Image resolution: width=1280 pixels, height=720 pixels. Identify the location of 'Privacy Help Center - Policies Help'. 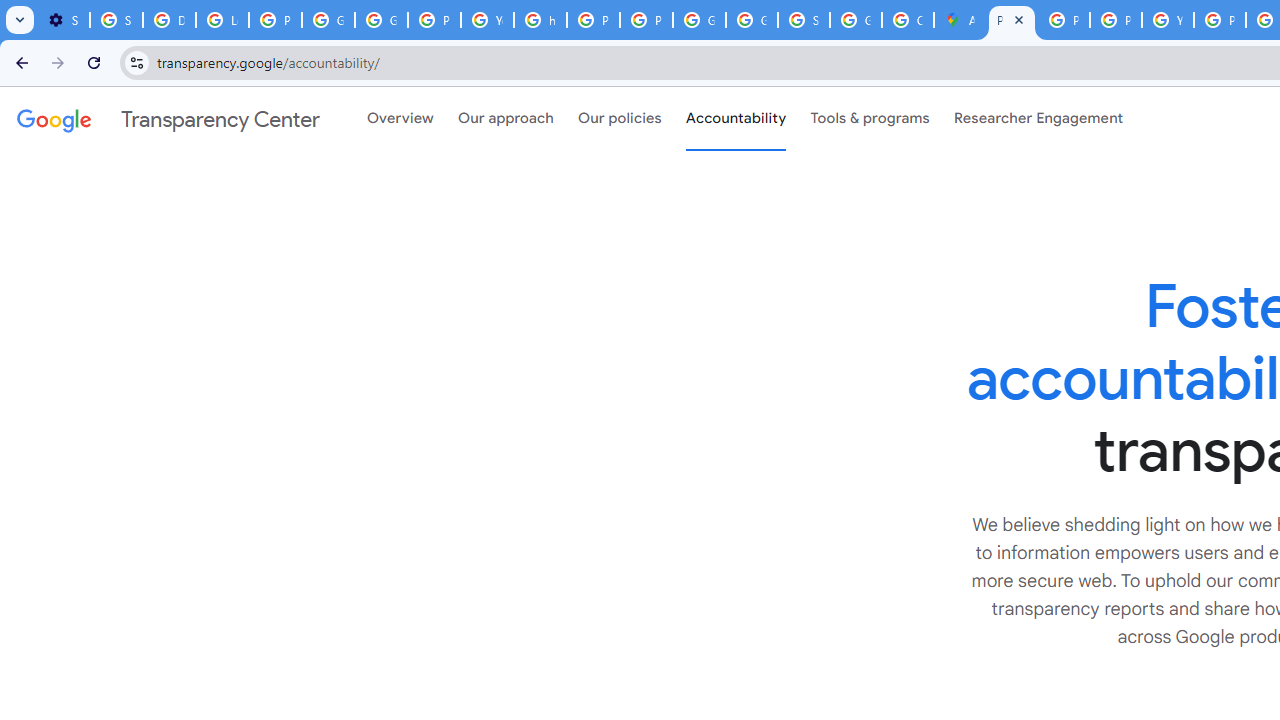
(1063, 20).